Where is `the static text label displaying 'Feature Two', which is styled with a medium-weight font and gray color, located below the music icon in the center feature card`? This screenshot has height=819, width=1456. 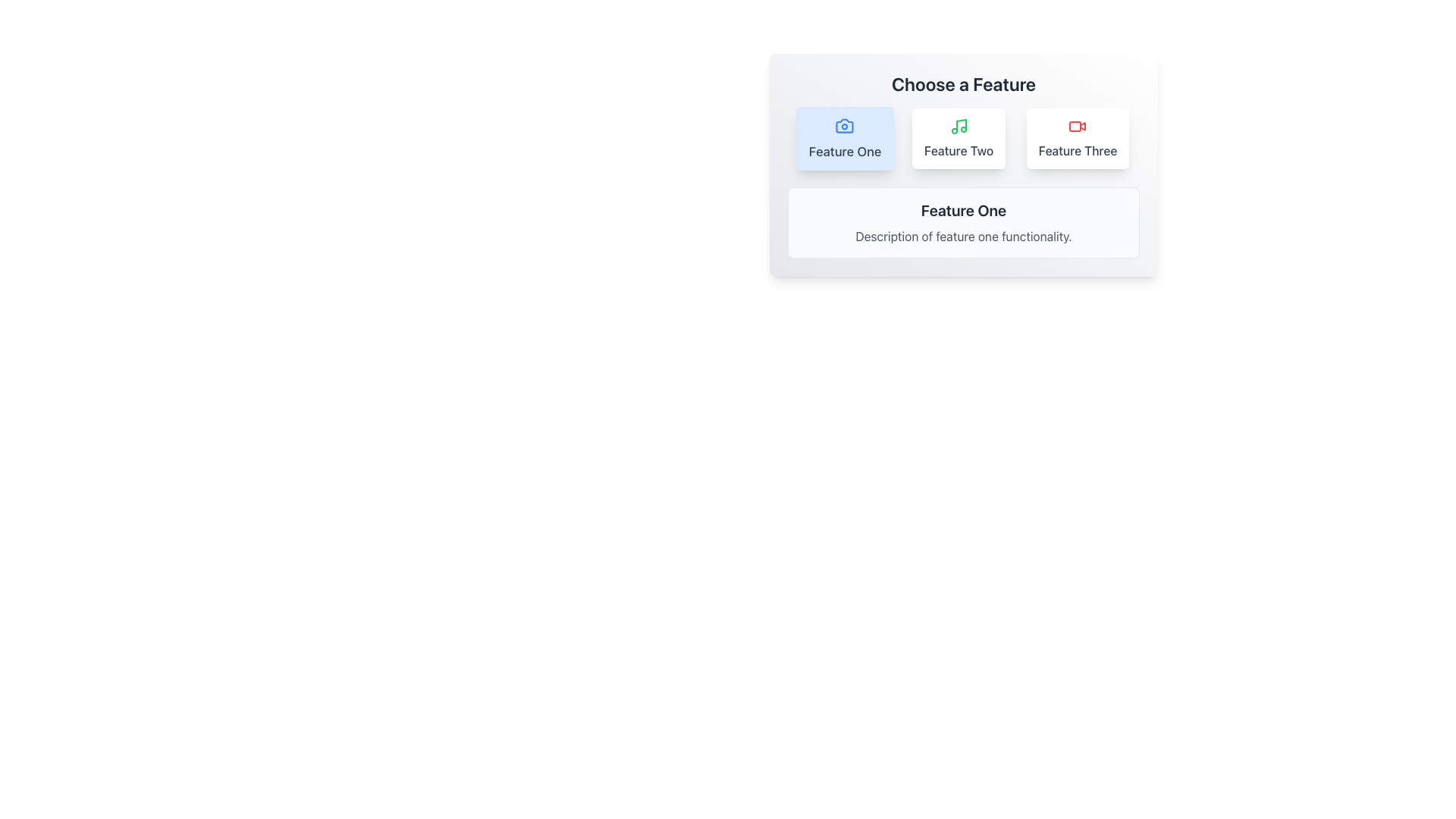 the static text label displaying 'Feature Two', which is styled with a medium-weight font and gray color, located below the music icon in the center feature card is located at coordinates (958, 151).